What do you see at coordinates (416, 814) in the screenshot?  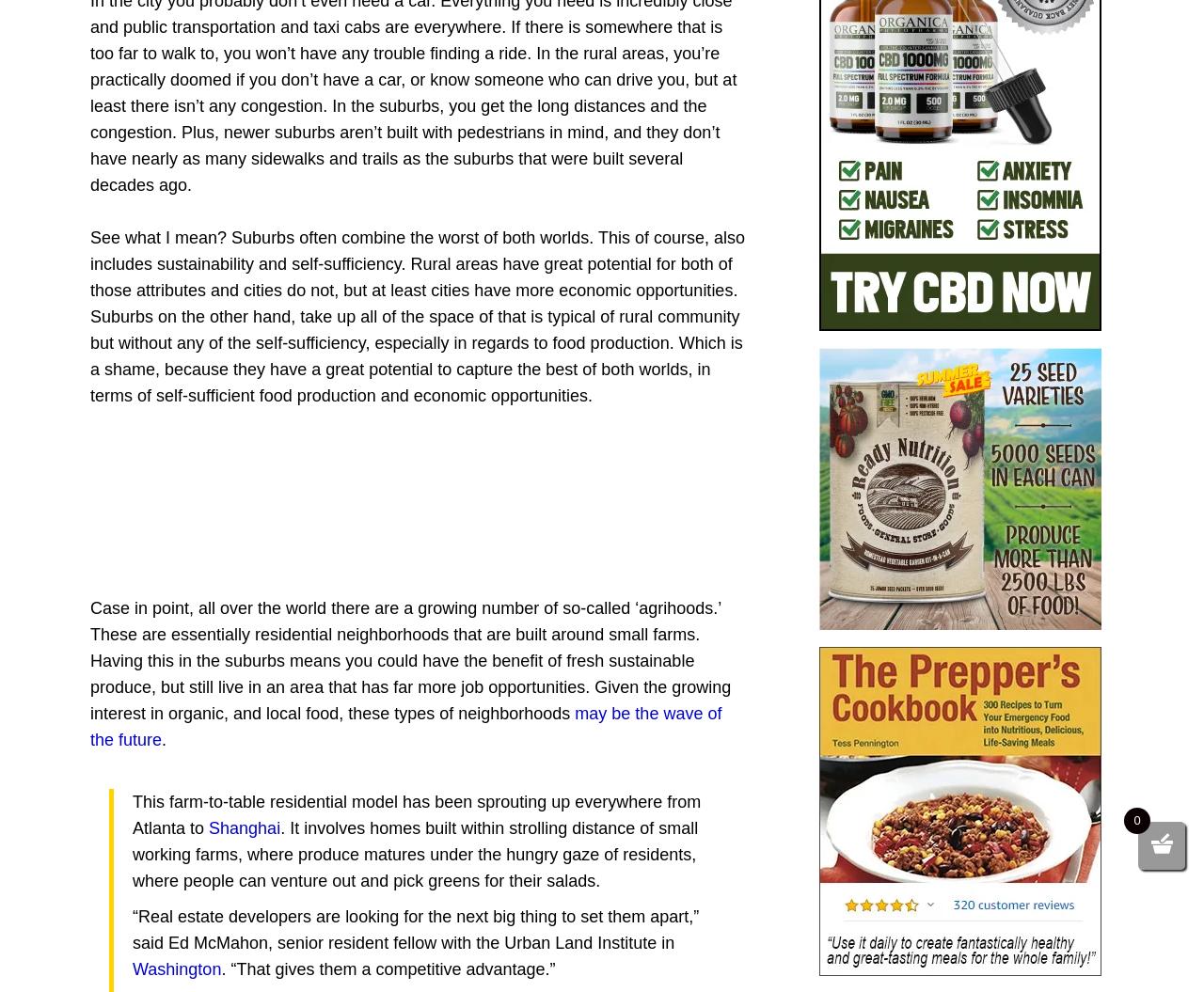 I see `'This farm-to-table residential model has been sprouting up everywhere from Atlanta to'` at bounding box center [416, 814].